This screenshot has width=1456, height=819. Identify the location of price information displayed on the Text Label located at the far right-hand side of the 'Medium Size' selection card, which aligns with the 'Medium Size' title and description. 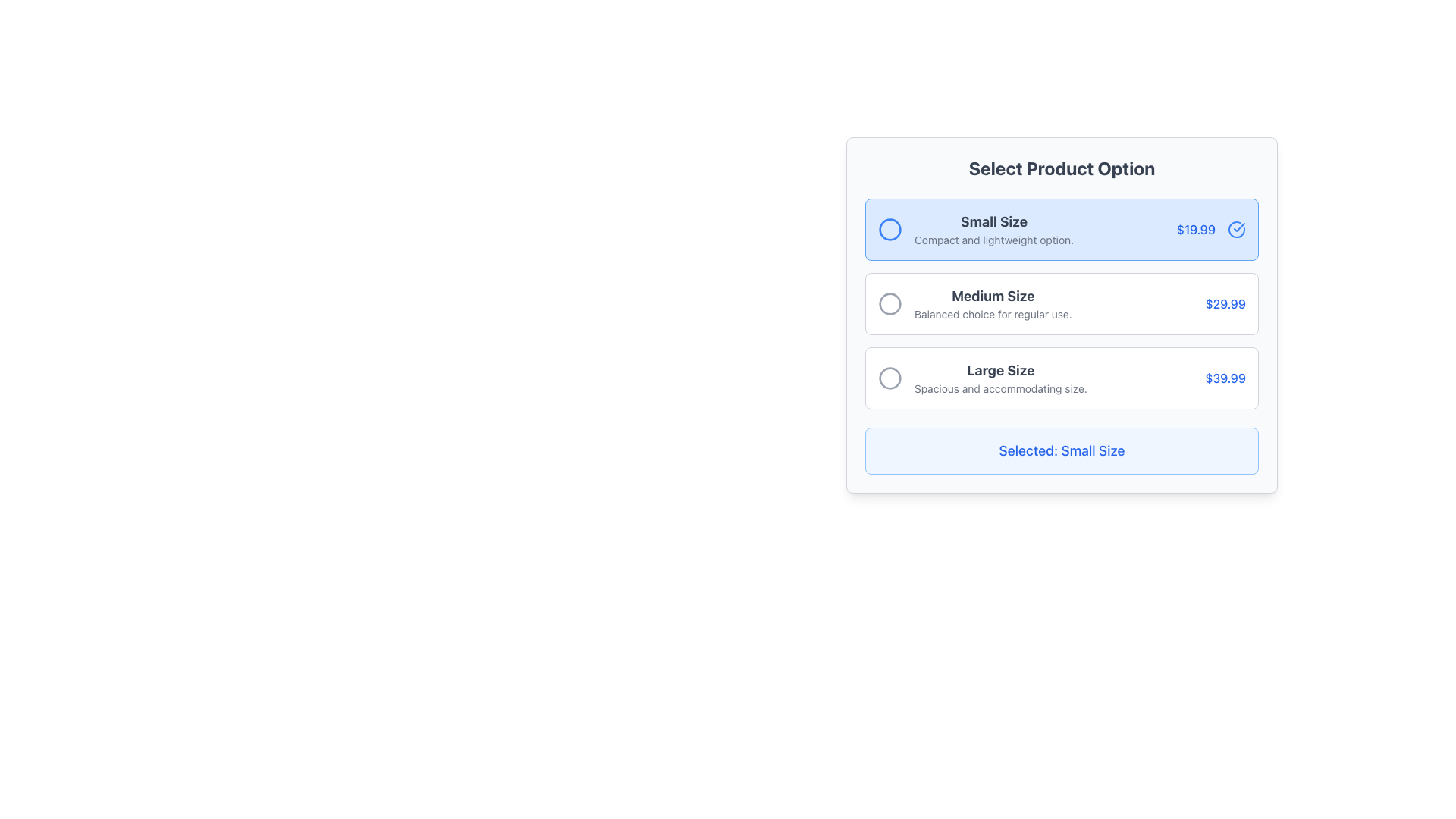
(1225, 304).